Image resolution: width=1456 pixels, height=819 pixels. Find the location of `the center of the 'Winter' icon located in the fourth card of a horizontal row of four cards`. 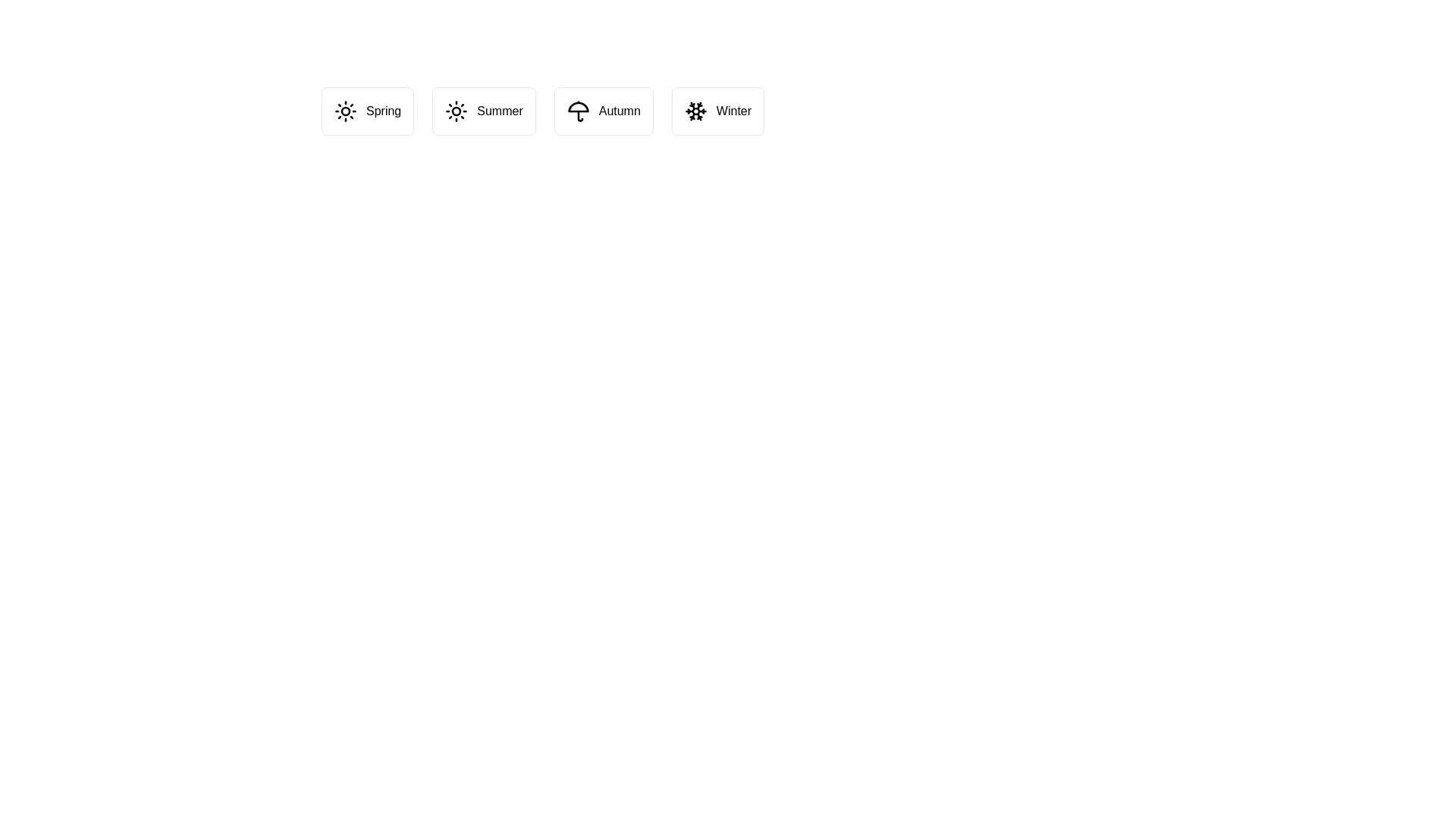

the center of the 'Winter' icon located in the fourth card of a horizontal row of four cards is located at coordinates (695, 110).